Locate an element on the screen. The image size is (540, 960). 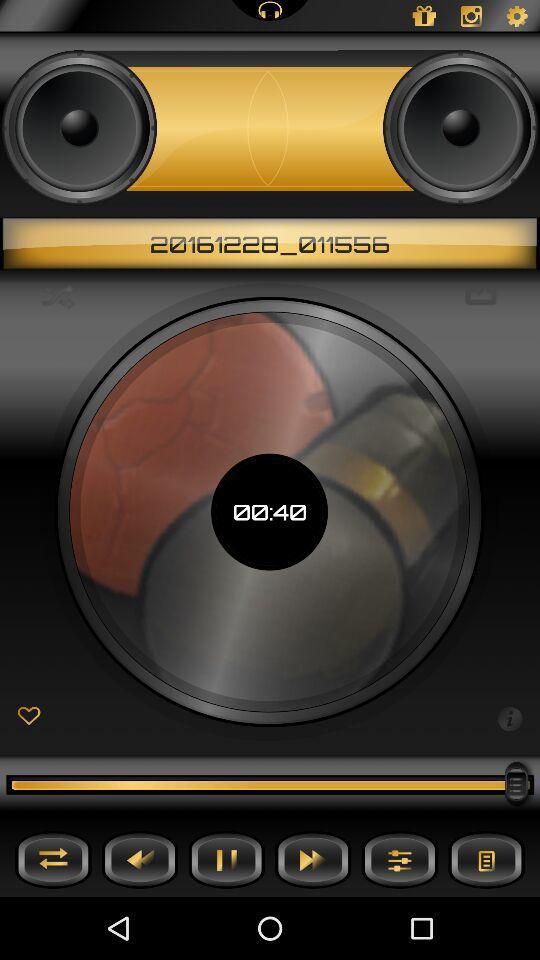
pause is located at coordinates (225, 858).